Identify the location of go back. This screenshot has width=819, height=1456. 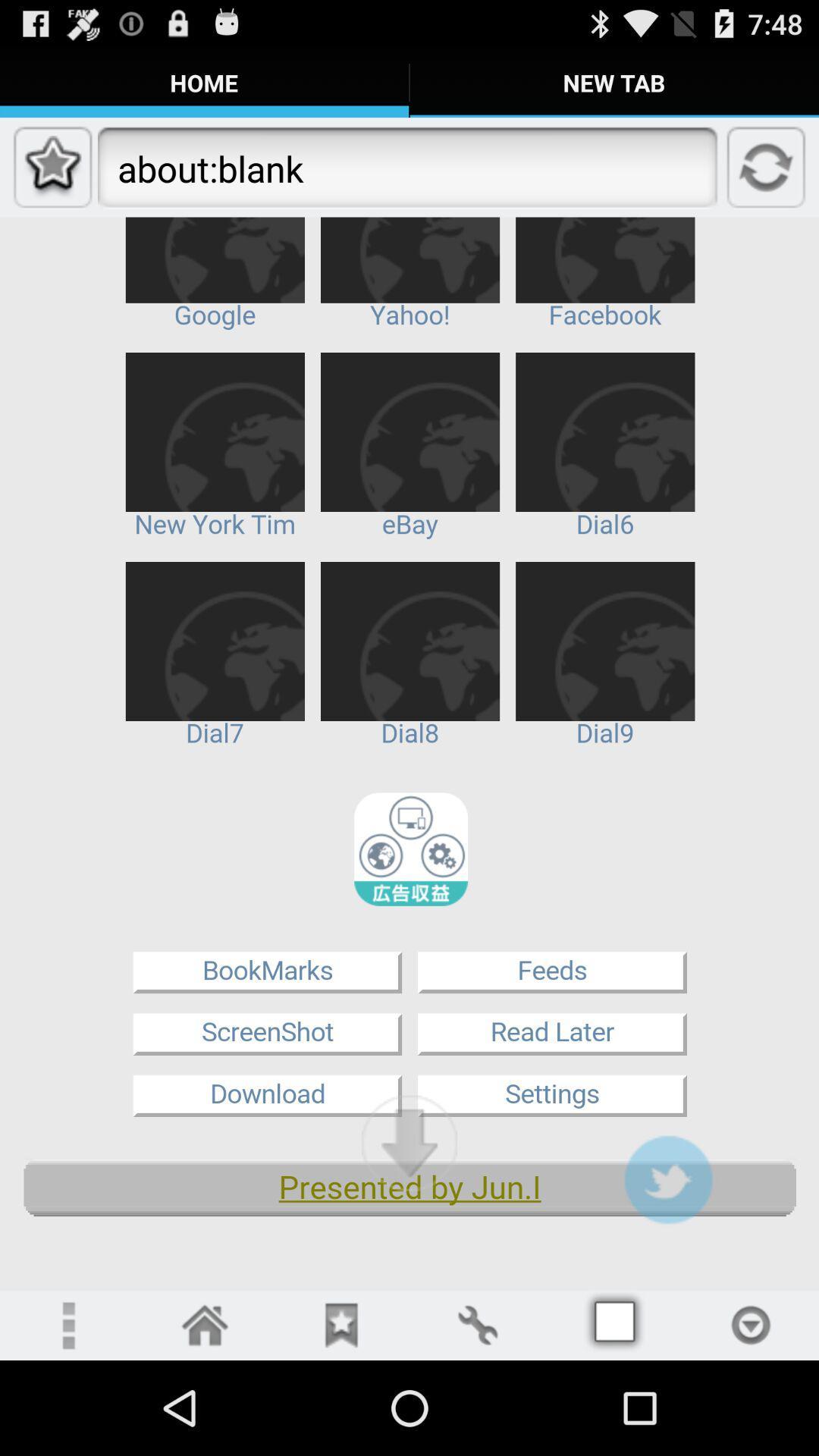
(205, 1324).